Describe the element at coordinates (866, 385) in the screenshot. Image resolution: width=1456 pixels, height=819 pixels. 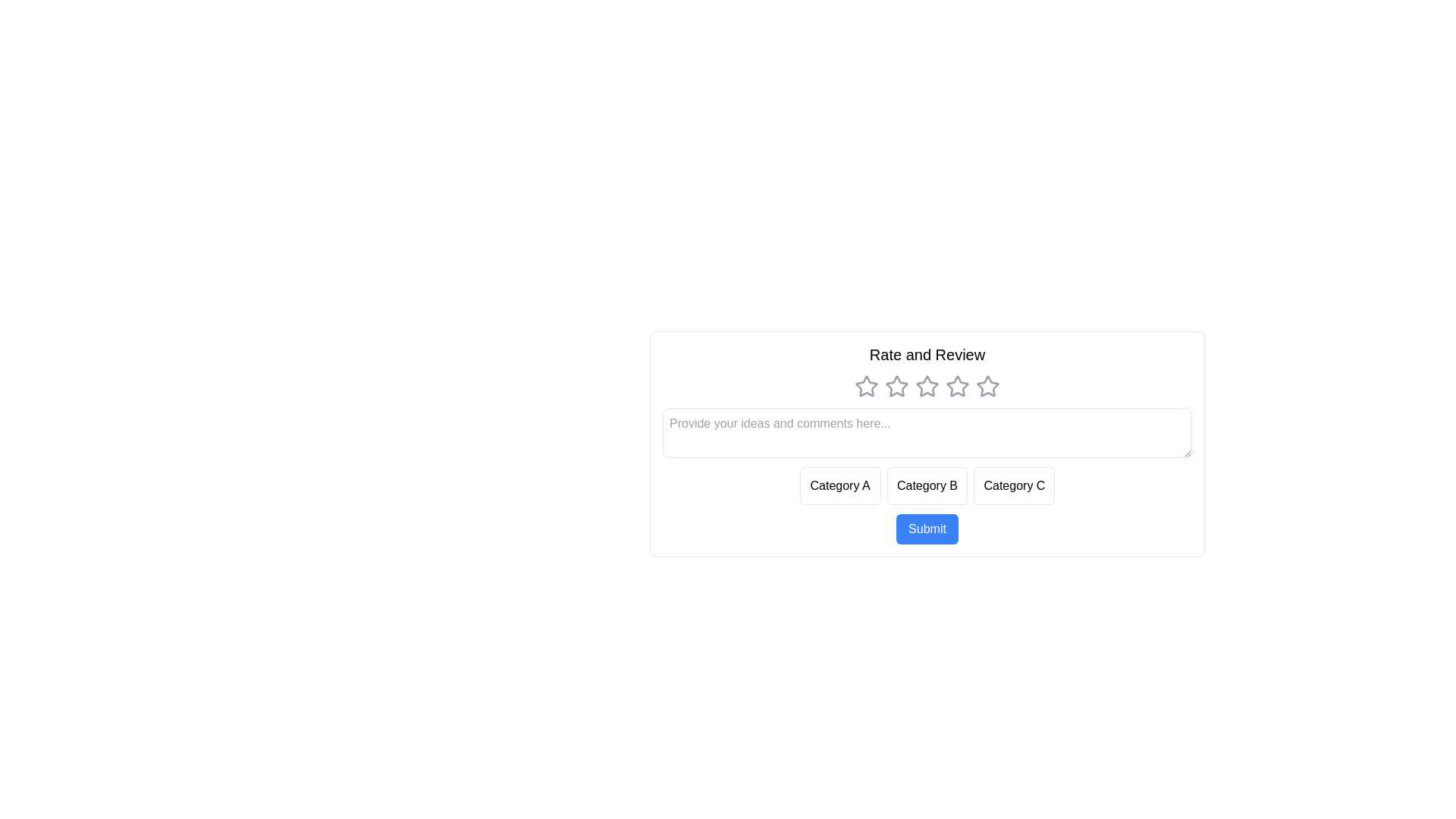
I see `the star corresponding to the rating 1` at that location.